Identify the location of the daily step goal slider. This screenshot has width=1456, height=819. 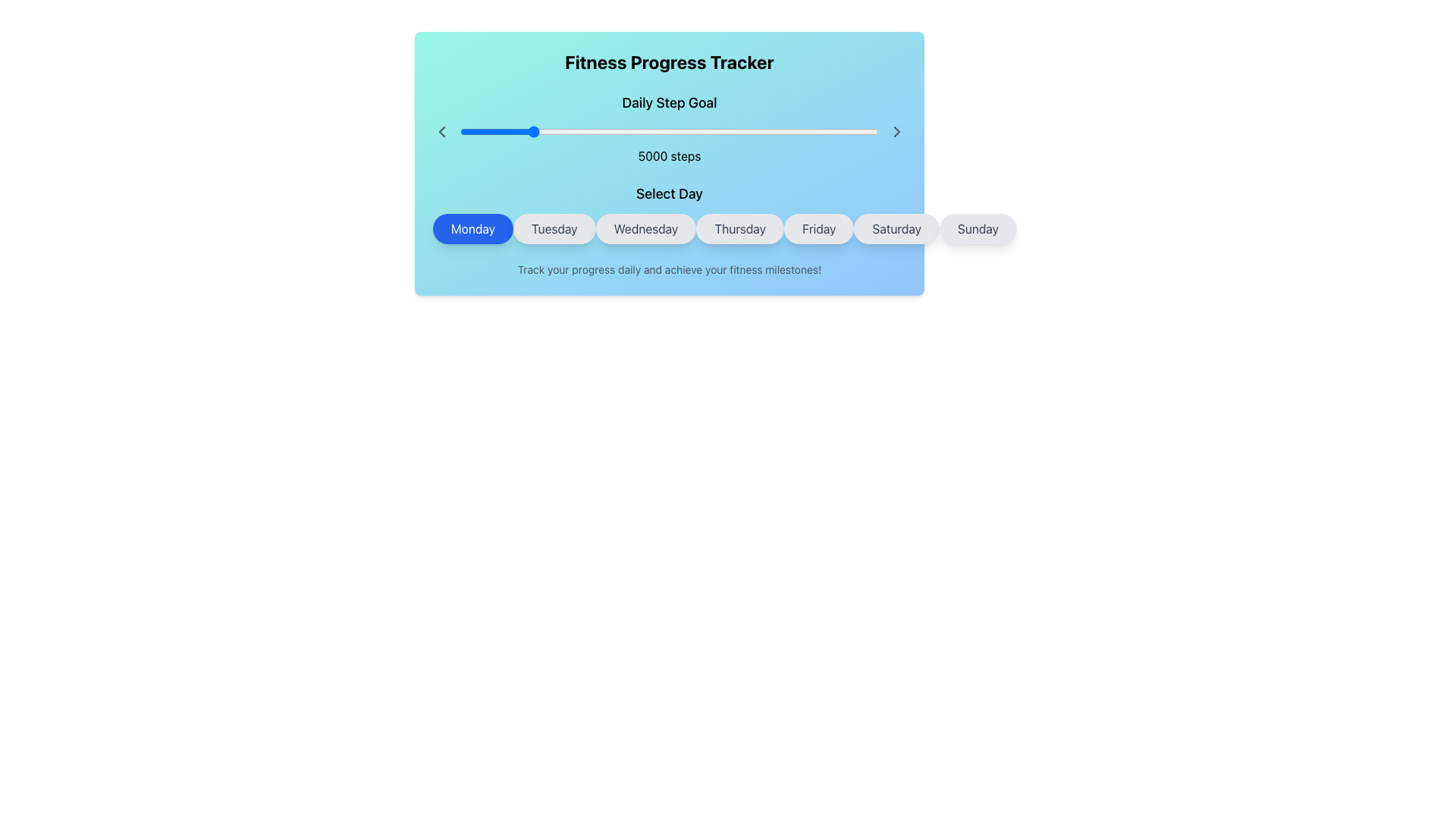
(485, 130).